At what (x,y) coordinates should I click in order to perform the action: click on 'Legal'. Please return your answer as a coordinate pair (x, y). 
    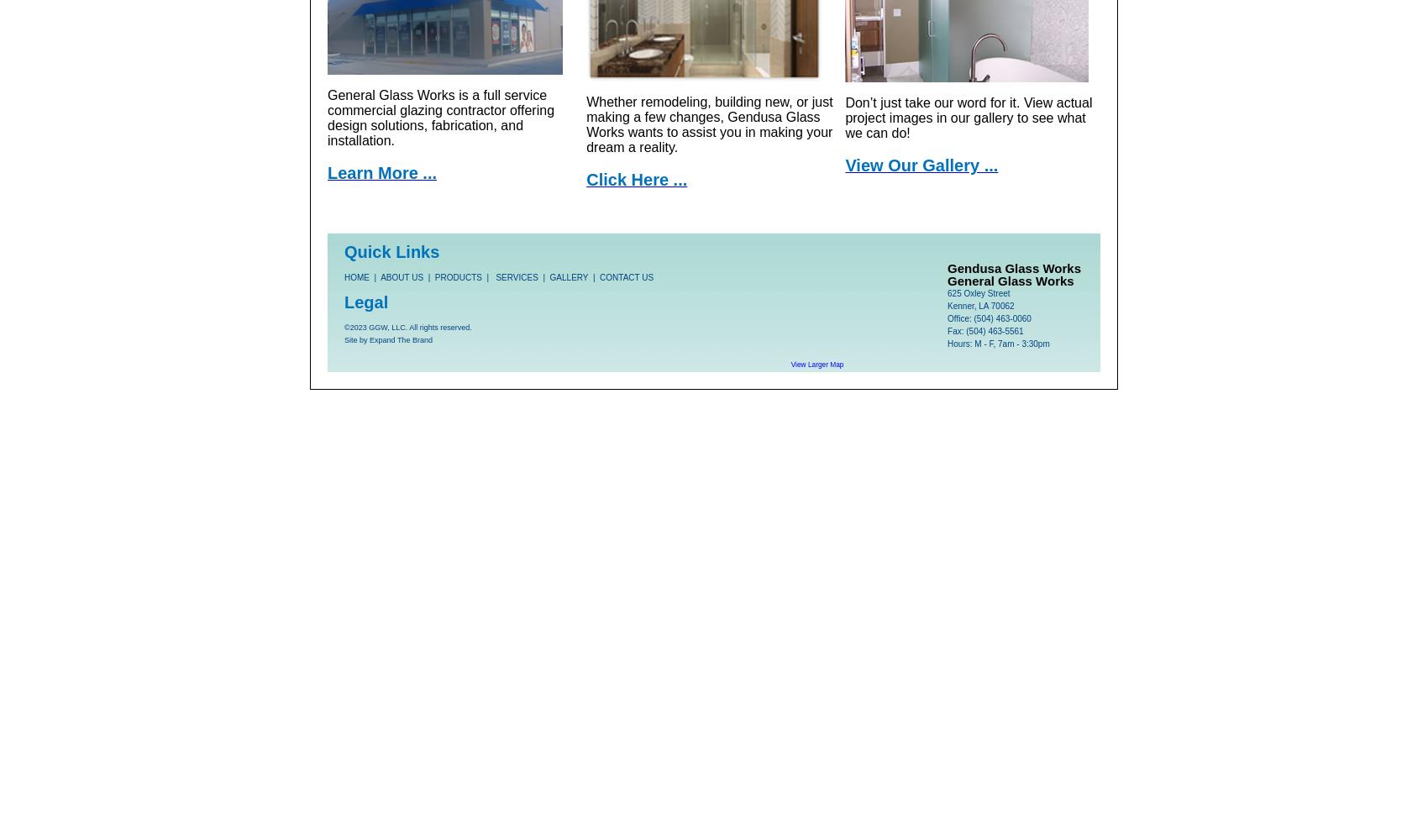
    Looking at the image, I should click on (366, 302).